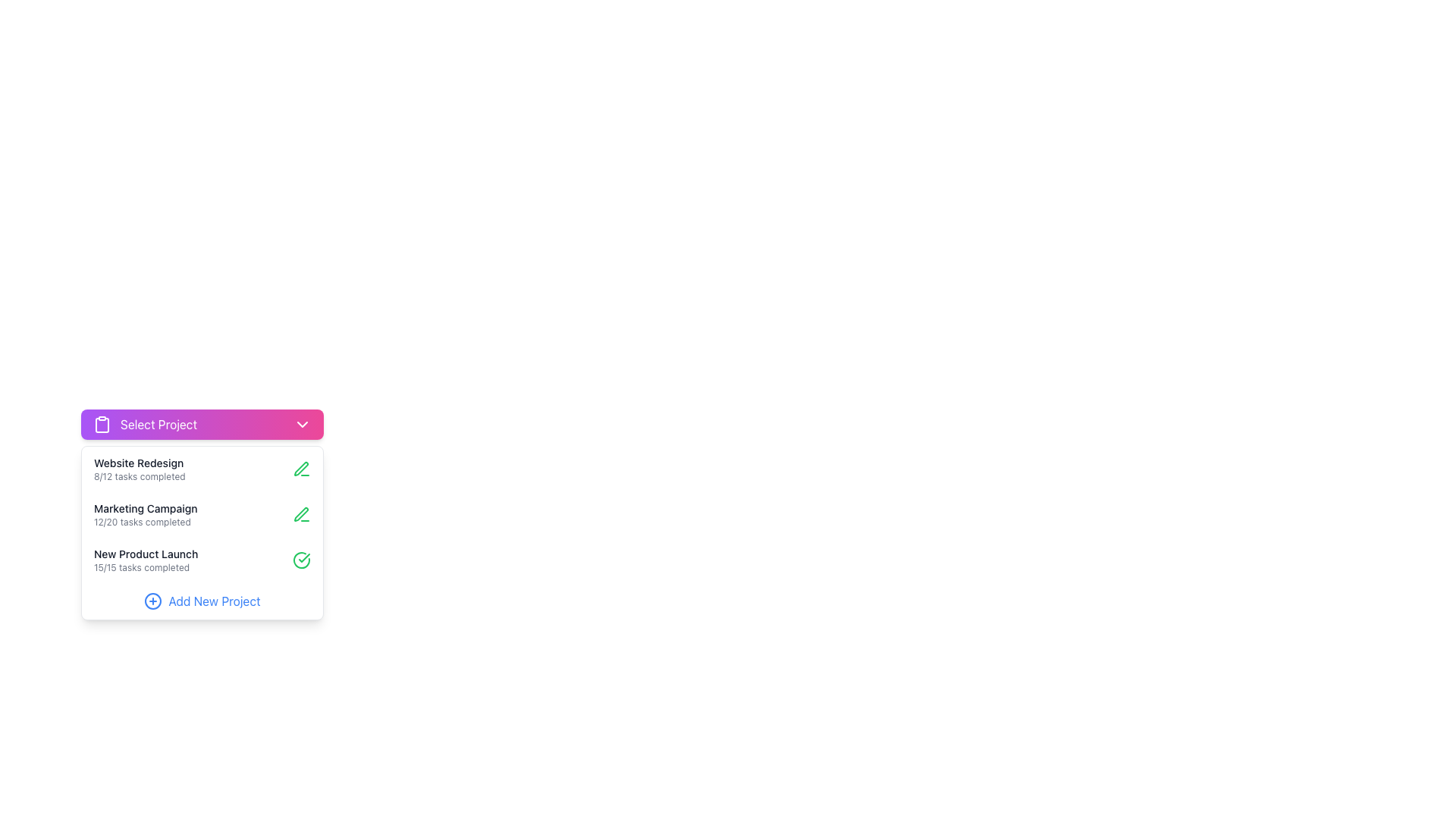 The width and height of the screenshot is (1456, 819). Describe the element at coordinates (146, 509) in the screenshot. I see `the title text element of a project entry in the 'Select Project' dropdown interface, which visually separates it from the completion status below` at that location.